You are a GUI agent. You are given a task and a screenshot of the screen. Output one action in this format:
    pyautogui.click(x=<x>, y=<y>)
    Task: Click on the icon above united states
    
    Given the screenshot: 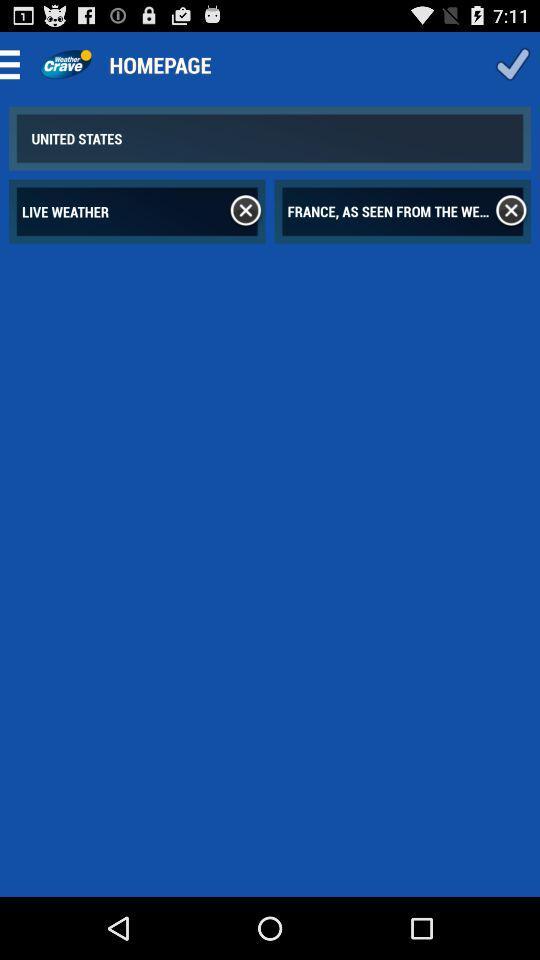 What is the action you would take?
    pyautogui.click(x=15, y=64)
    